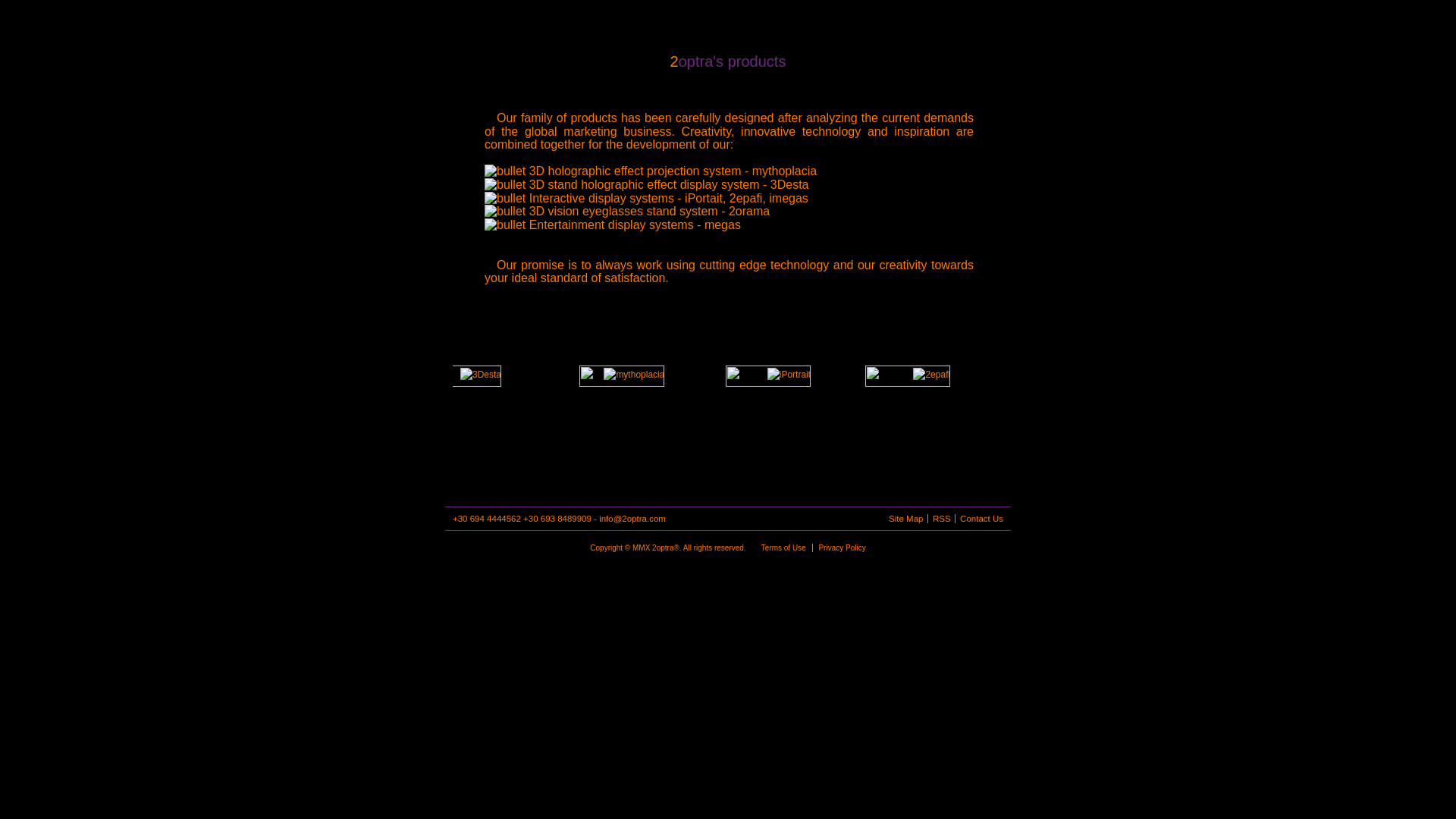 Image resolution: width=1456 pixels, height=819 pixels. Describe the element at coordinates (938, 517) in the screenshot. I see `'RSS'` at that location.